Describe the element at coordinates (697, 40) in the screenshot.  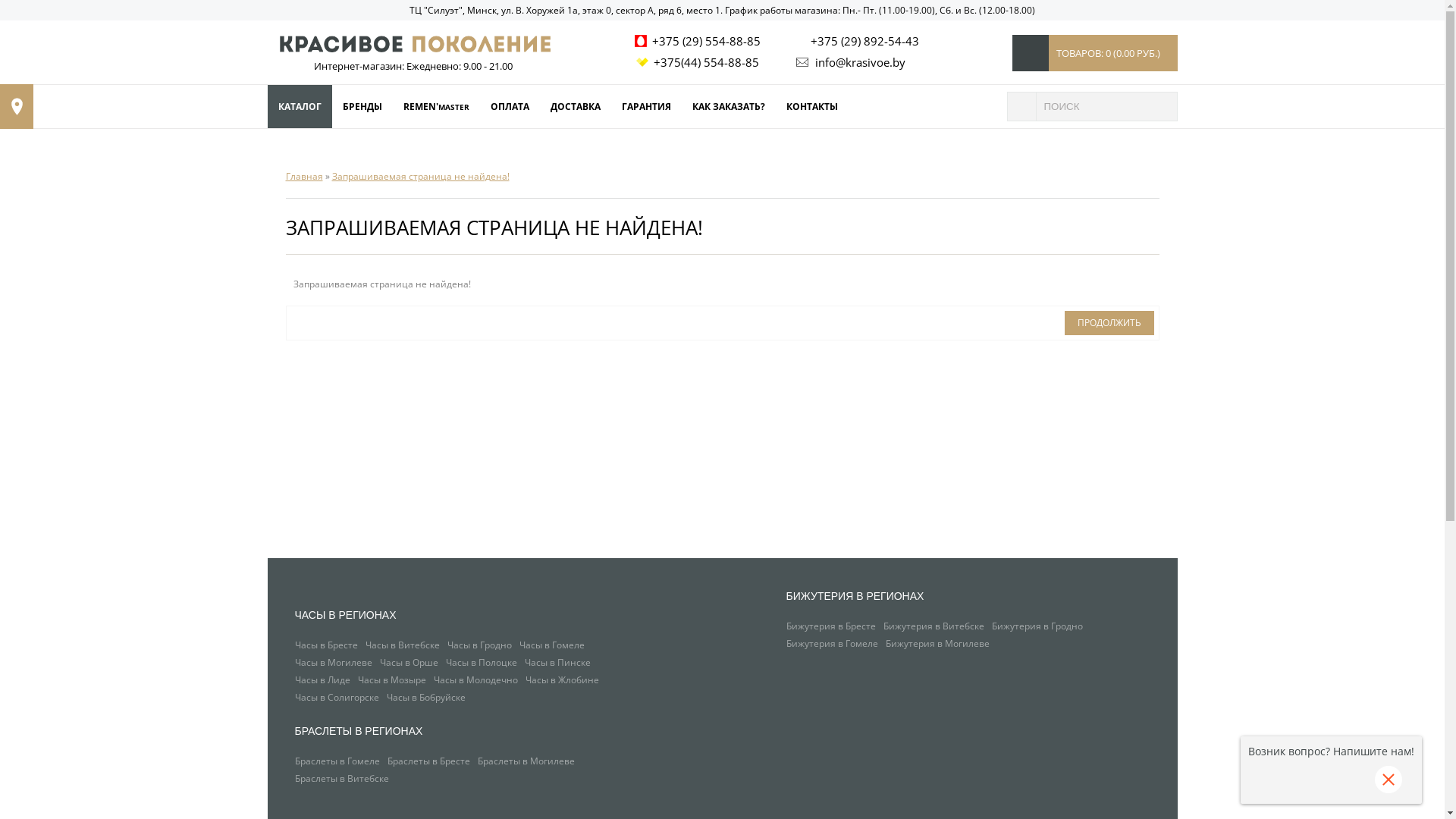
I see `'+375 (29) 554-88-85'` at that location.